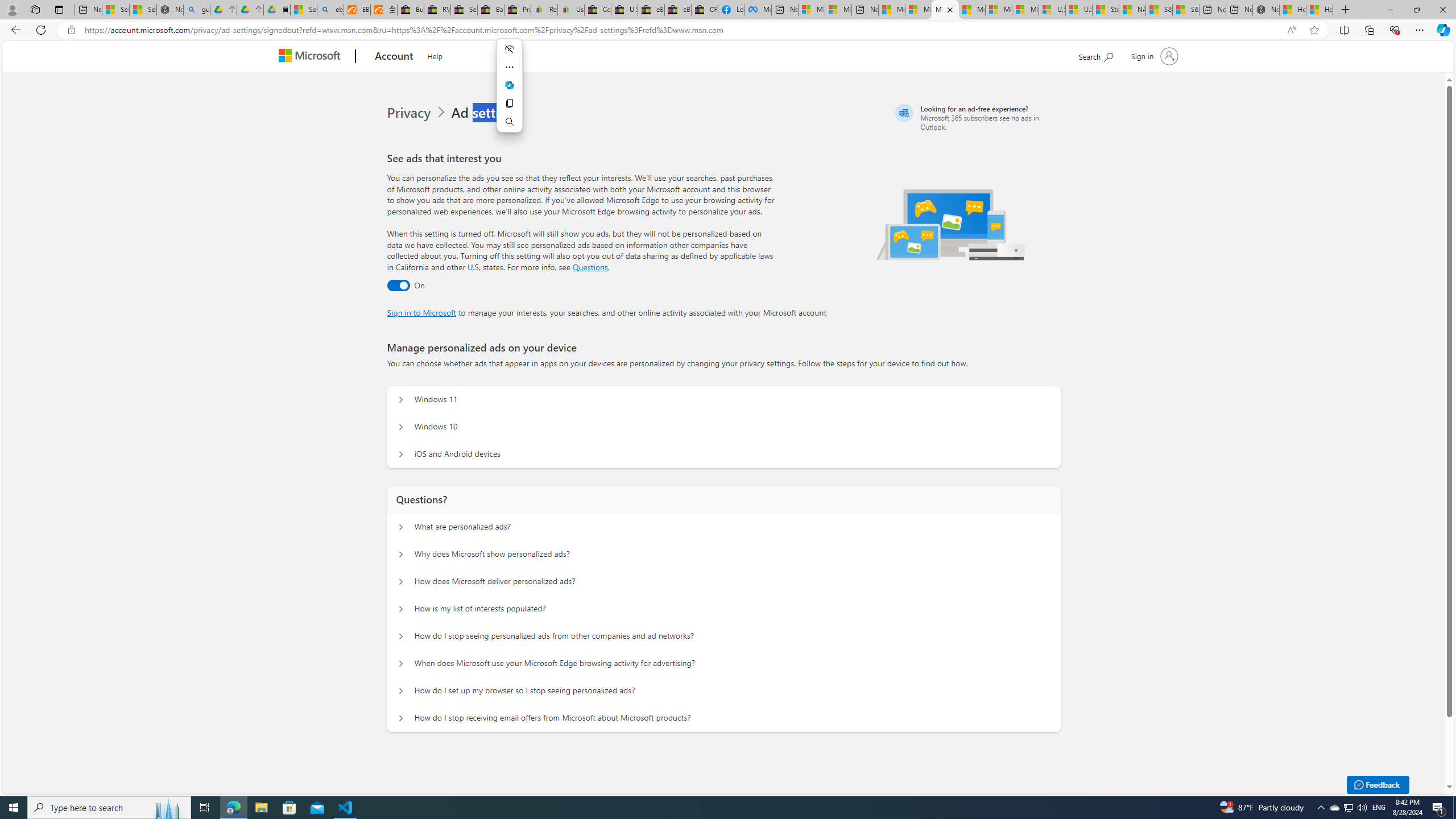 Image resolution: width=1456 pixels, height=819 pixels. Describe the element at coordinates (401, 399) in the screenshot. I see `'Manage personalized ads on your device Windows 11'` at that location.